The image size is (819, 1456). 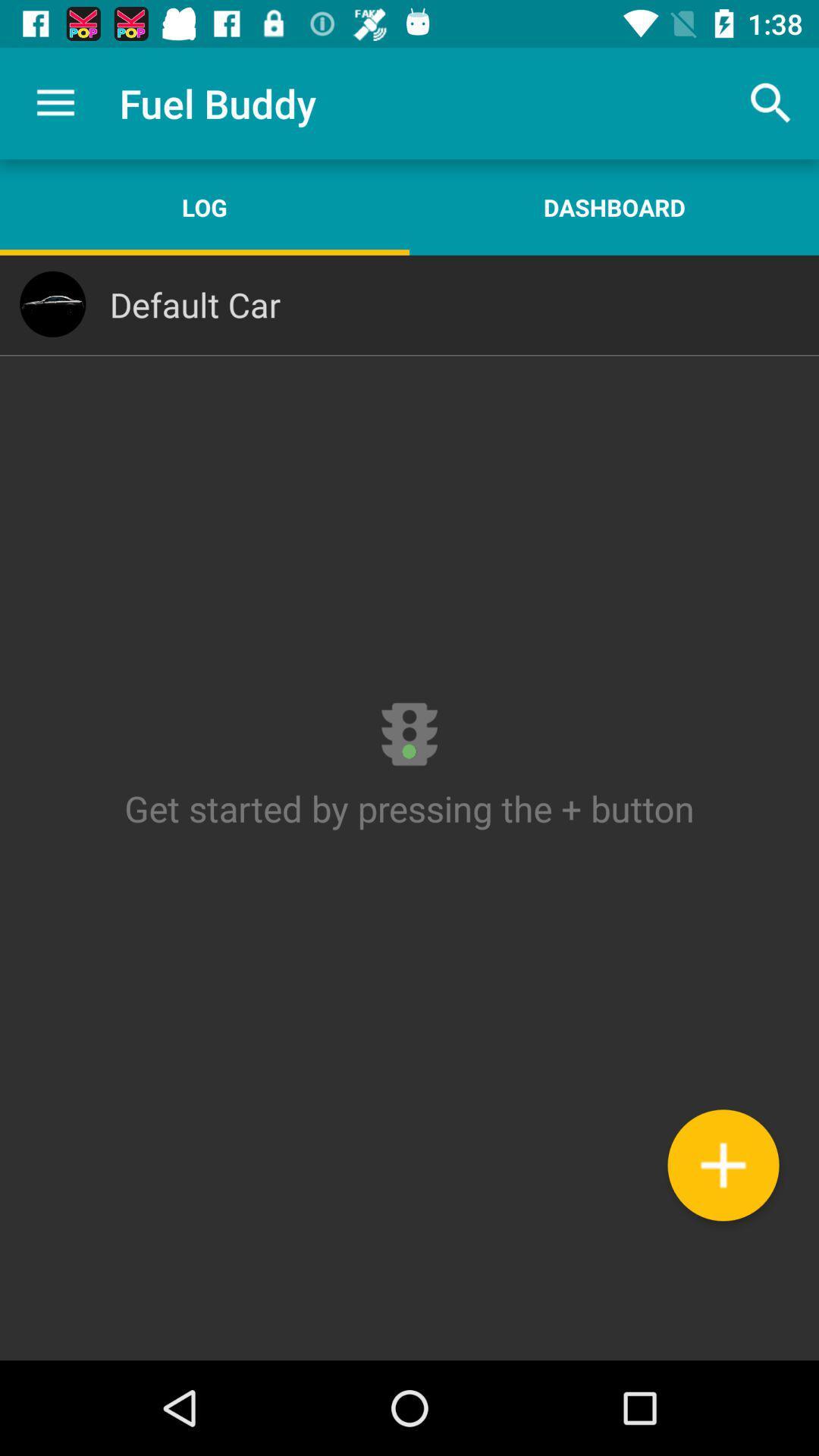 I want to click on contact, so click(x=722, y=1164).